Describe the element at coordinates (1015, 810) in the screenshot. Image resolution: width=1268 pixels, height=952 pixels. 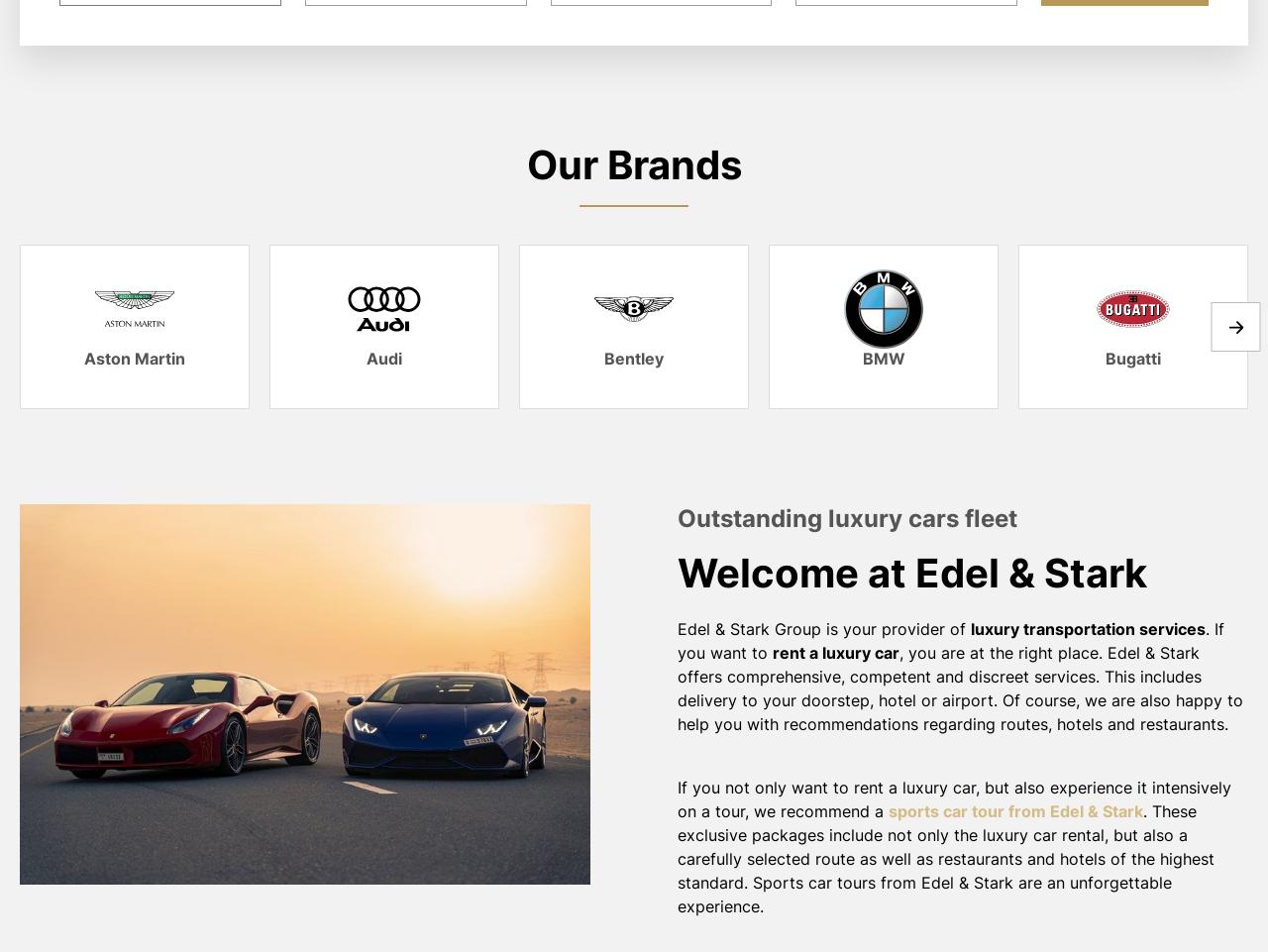
I see `'sports car tour from Edel & Stark'` at that location.